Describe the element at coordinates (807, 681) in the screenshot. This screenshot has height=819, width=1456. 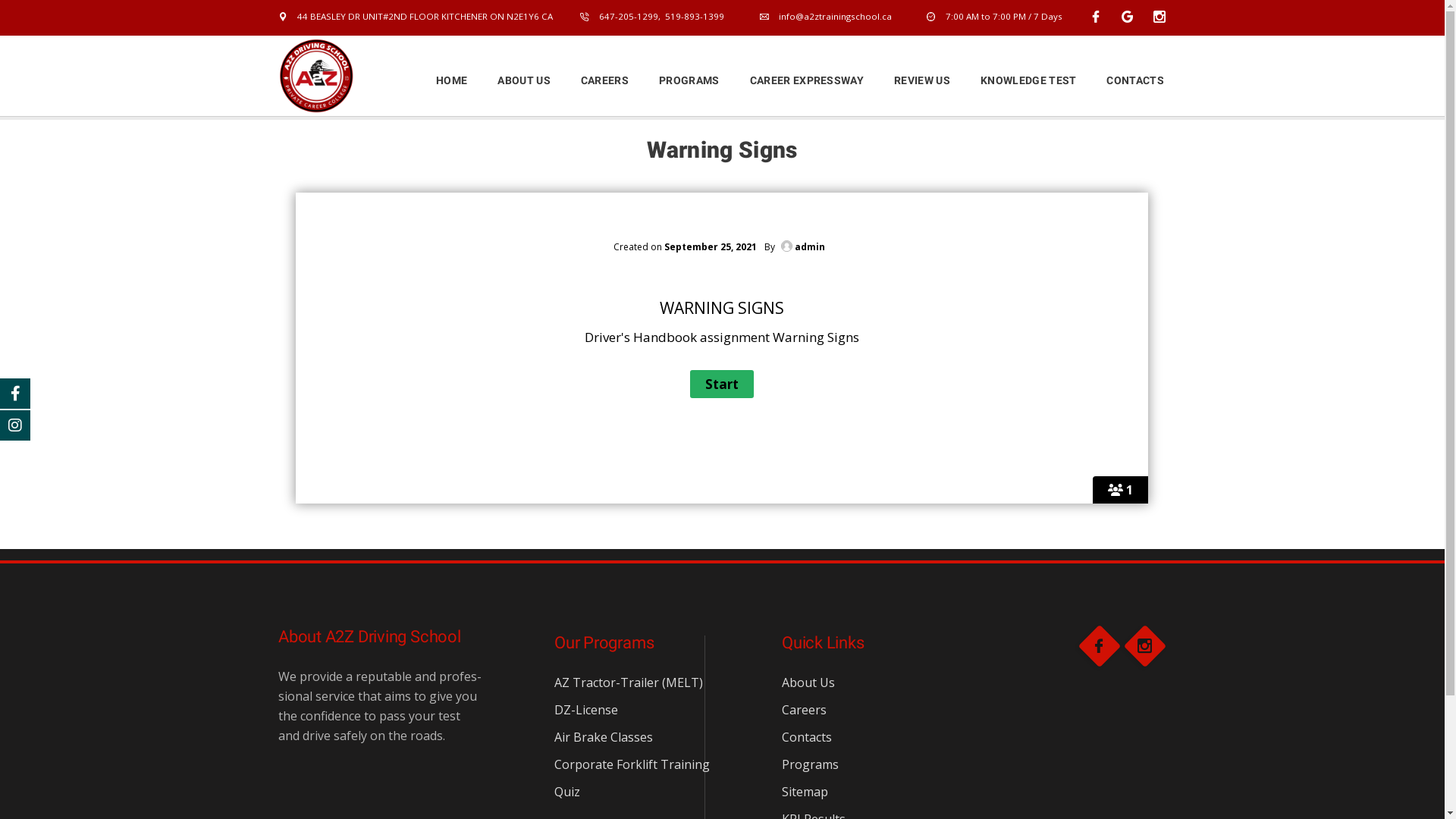
I see `'About Us'` at that location.